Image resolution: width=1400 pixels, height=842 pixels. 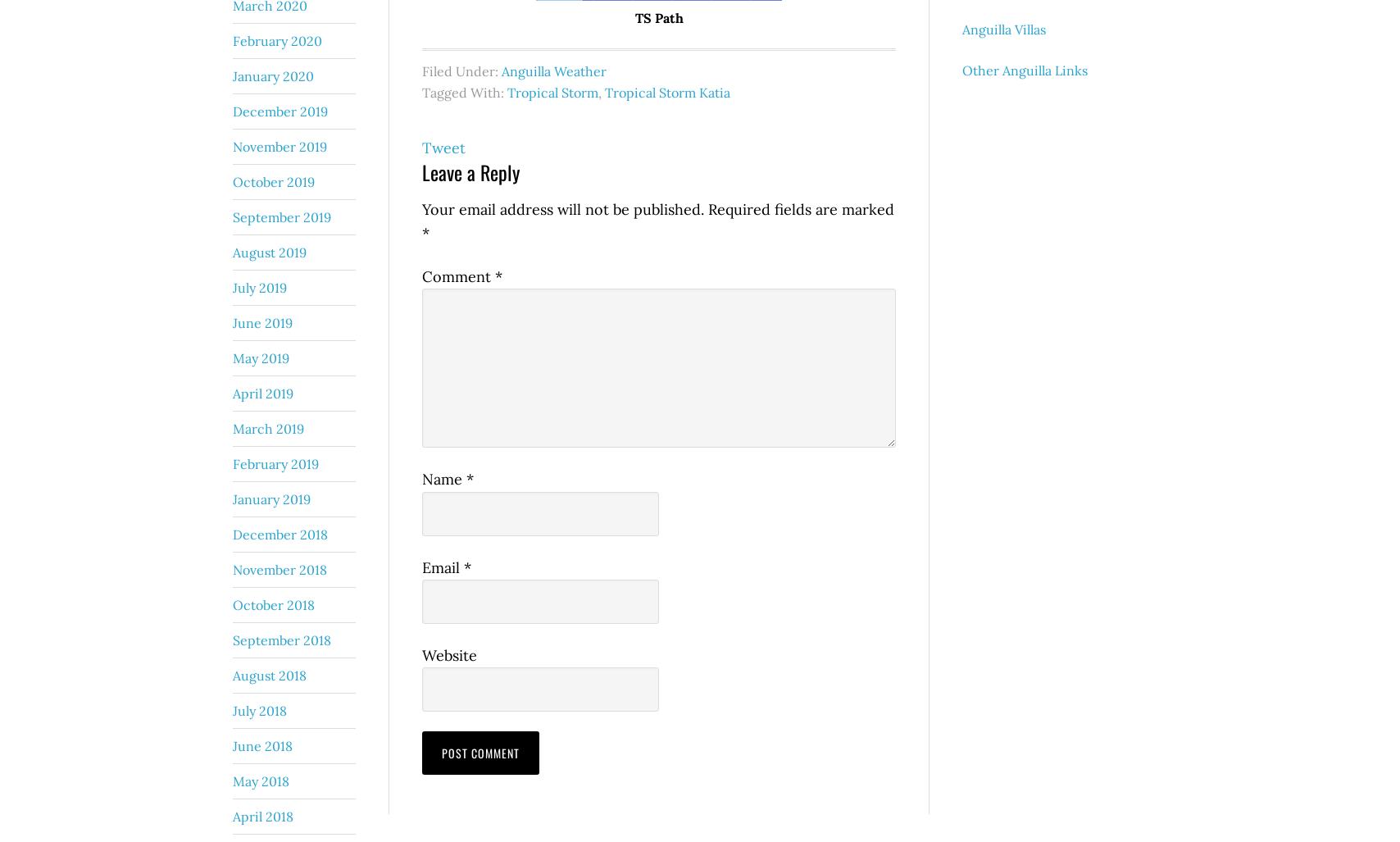 I want to click on 'December 2018', so click(x=233, y=533).